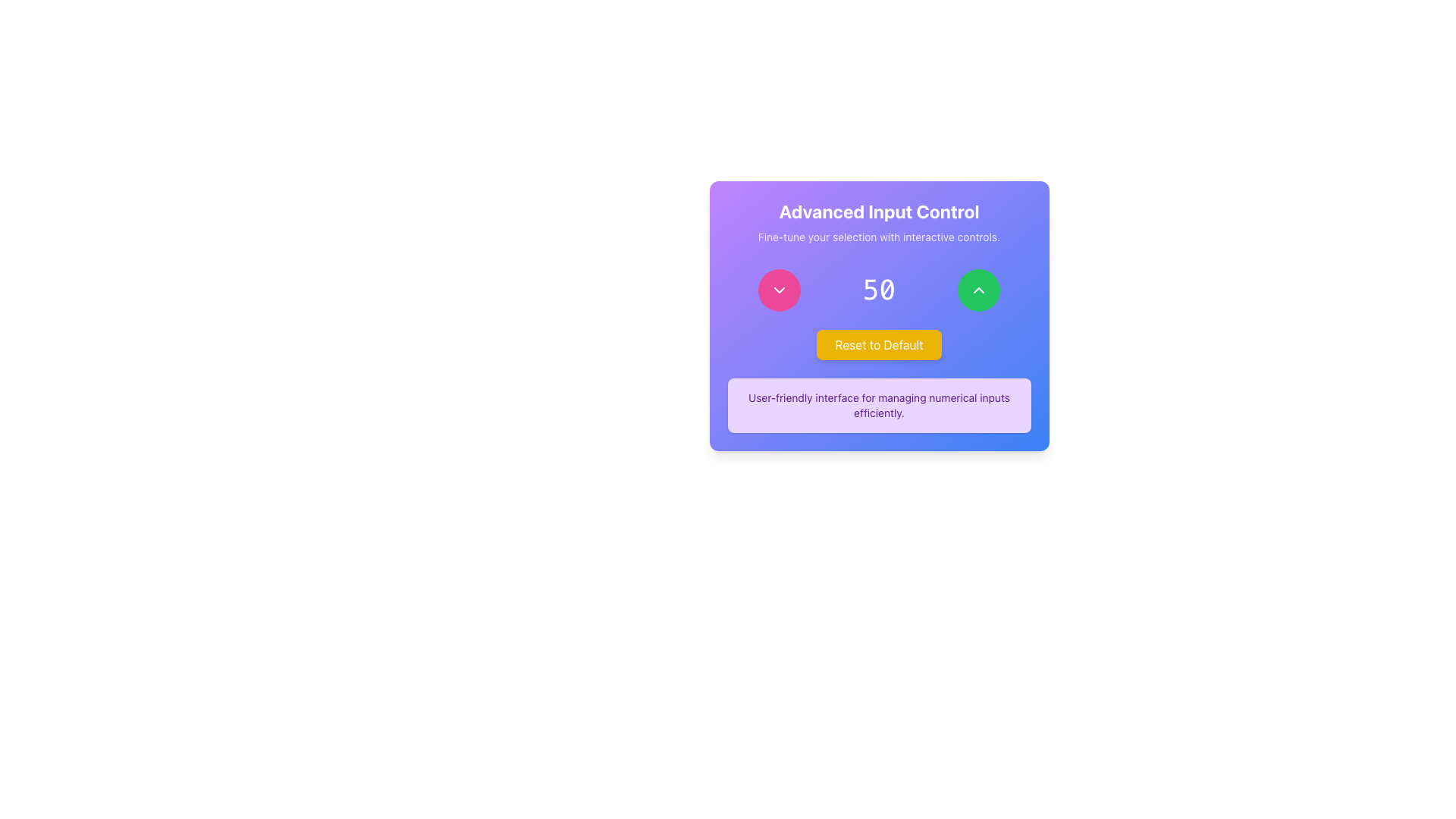 The image size is (1456, 819). Describe the element at coordinates (780, 290) in the screenshot. I see `the downward-pointing chevron icon located at the center of the circular pink button to decrease the numerical value` at that location.